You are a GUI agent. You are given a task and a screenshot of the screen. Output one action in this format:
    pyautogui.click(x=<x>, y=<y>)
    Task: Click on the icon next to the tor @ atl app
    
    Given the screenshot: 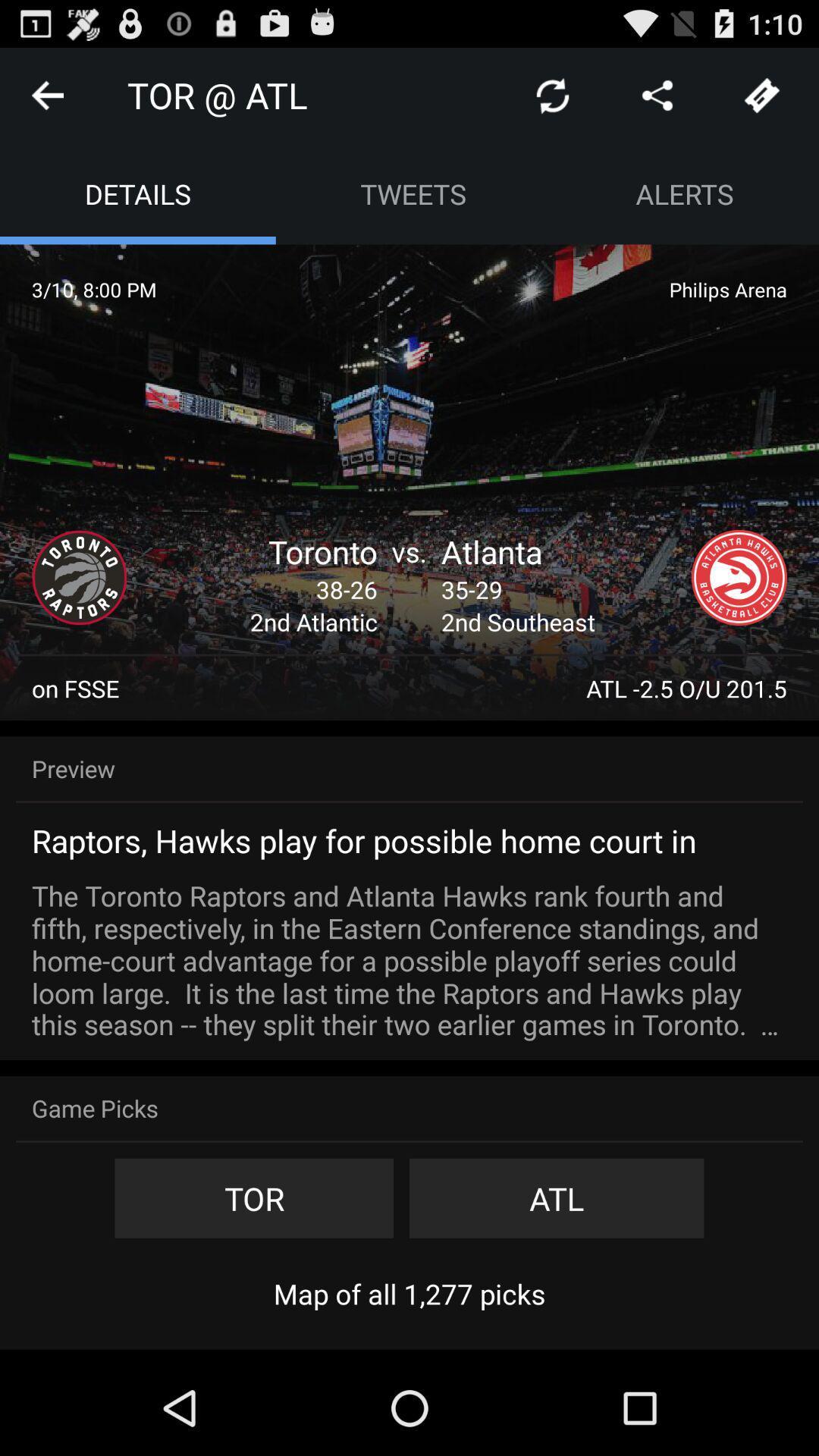 What is the action you would take?
    pyautogui.click(x=553, y=94)
    